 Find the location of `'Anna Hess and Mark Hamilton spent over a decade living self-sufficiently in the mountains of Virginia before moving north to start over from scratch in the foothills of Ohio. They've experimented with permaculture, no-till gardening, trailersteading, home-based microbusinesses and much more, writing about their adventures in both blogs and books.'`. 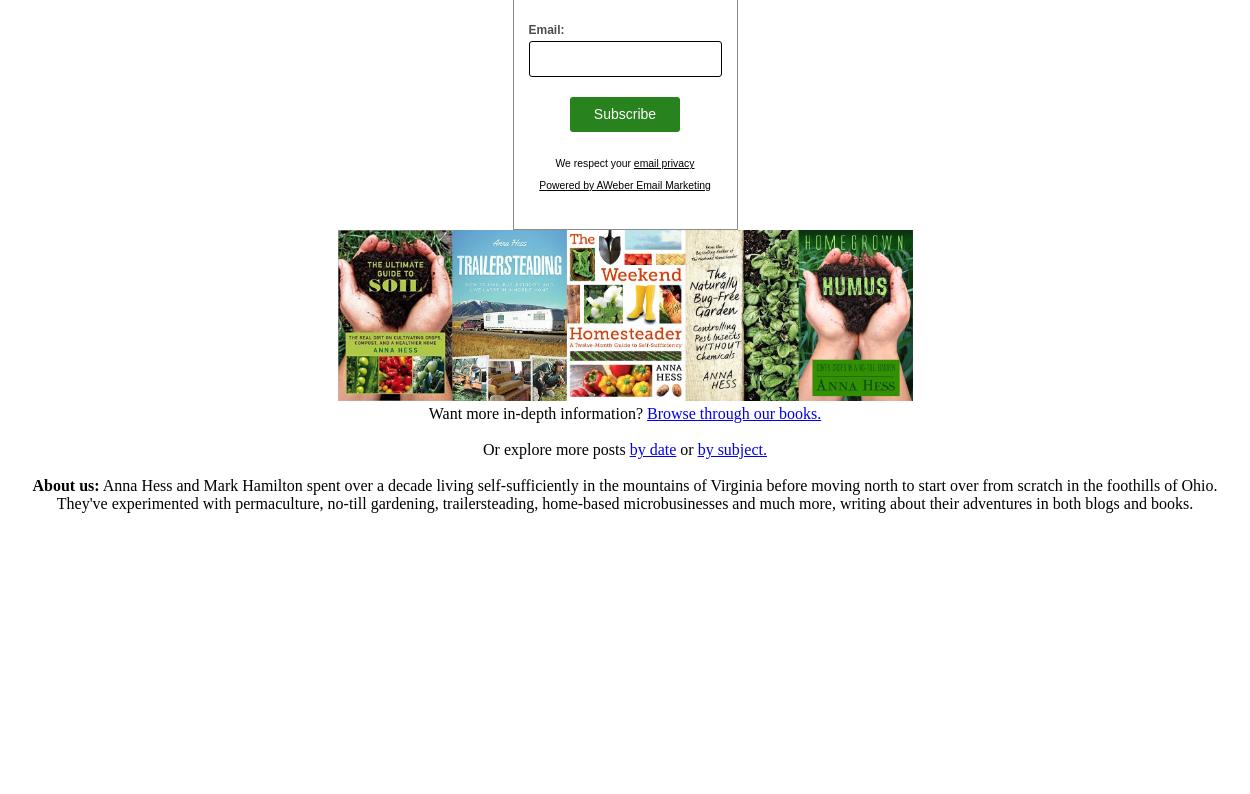

'Anna Hess and Mark Hamilton spent over a decade living self-sufficiently in the mountains of Virginia before moving north to start over from scratch in the foothills of Ohio. They've experimented with permaculture, no-till gardening, trailersteading, home-based microbusinesses and much more, writing about their adventures in both blogs and books.' is located at coordinates (636, 492).